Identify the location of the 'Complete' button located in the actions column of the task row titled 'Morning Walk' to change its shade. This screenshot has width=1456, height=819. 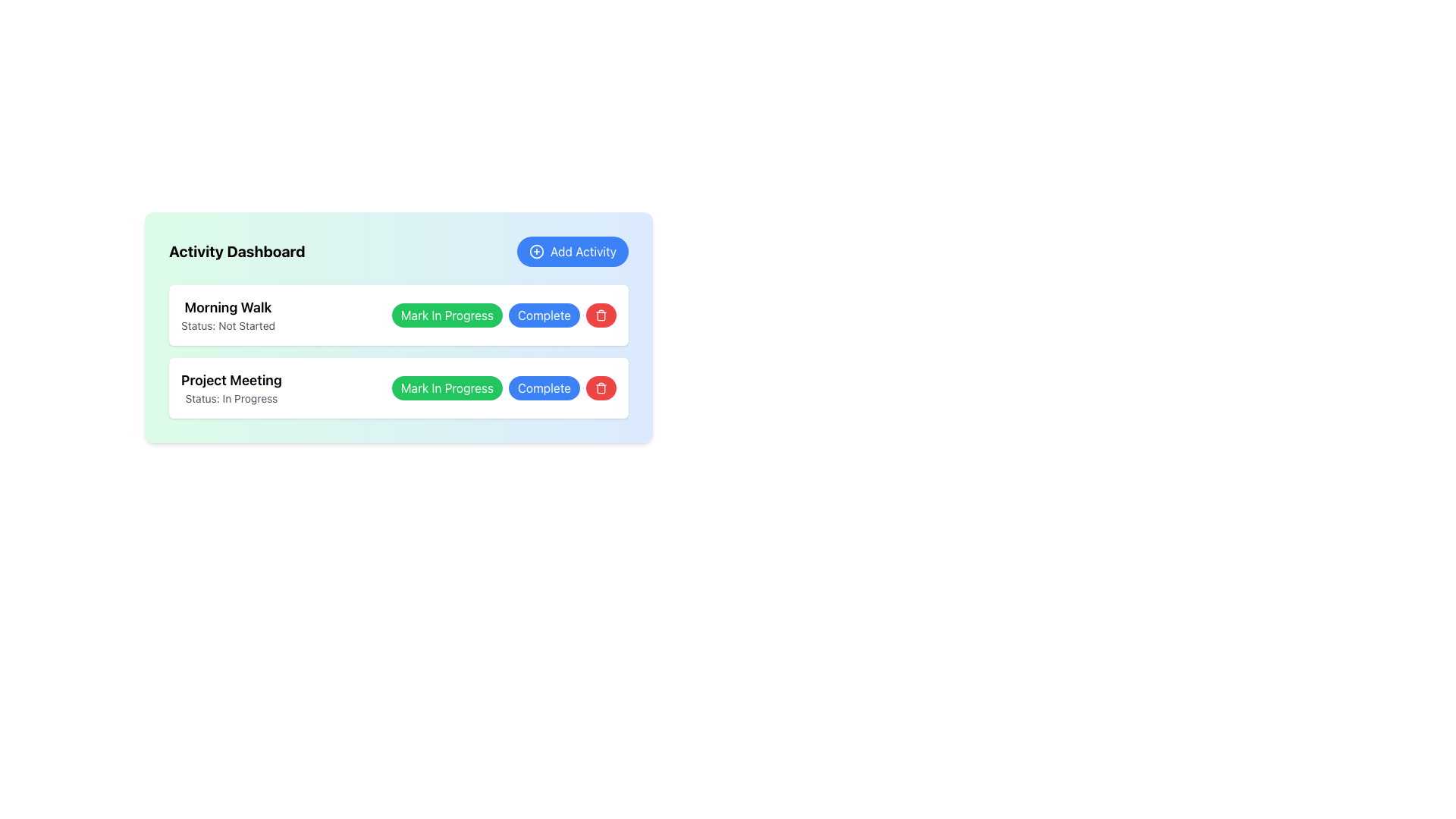
(544, 315).